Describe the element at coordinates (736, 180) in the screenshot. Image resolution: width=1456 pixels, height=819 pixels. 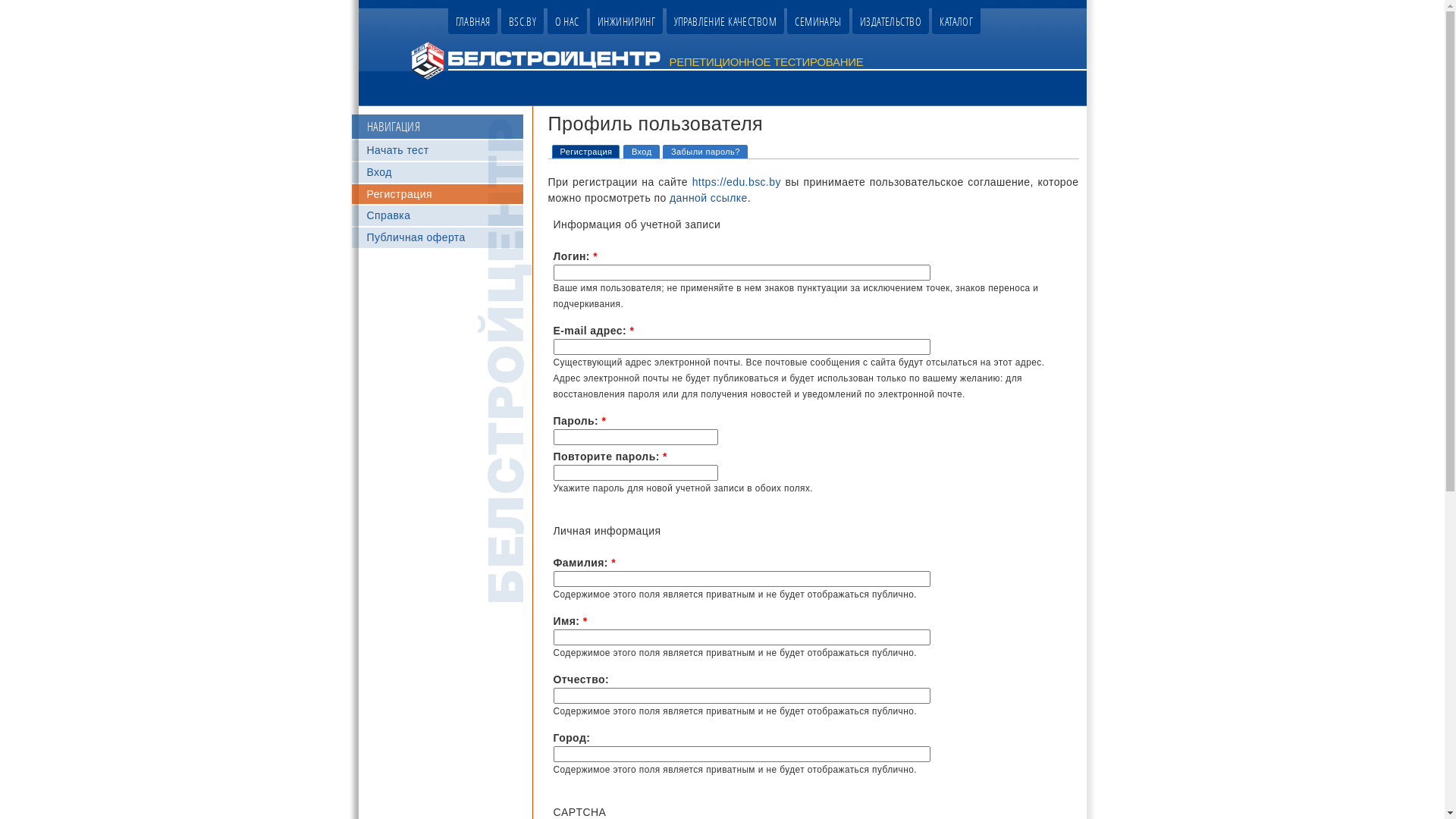
I see `'https://edu.bsc.by'` at that location.